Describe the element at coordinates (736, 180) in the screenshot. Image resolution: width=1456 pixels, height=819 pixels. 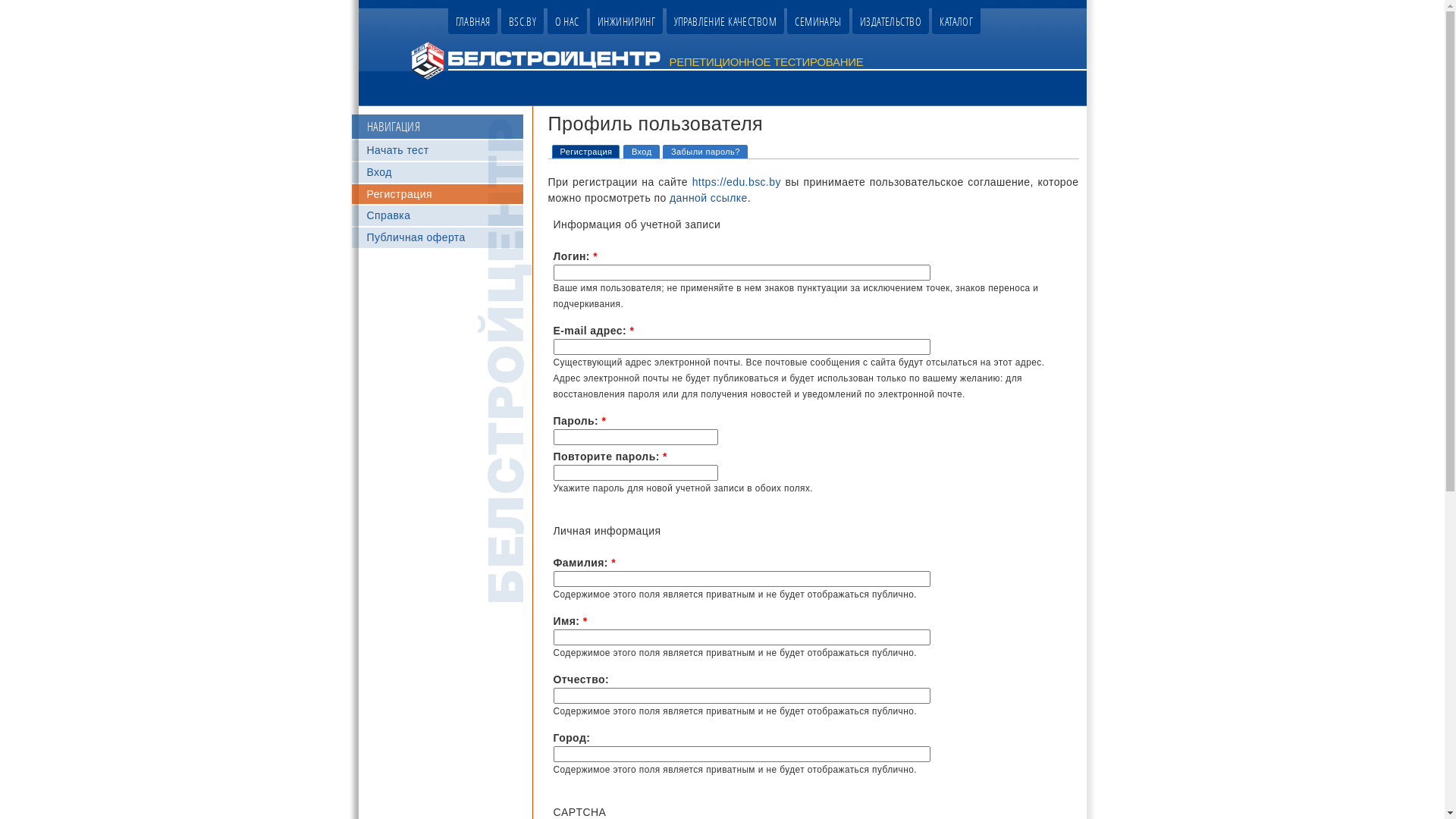
I see `'https://edu.bsc.by'` at that location.